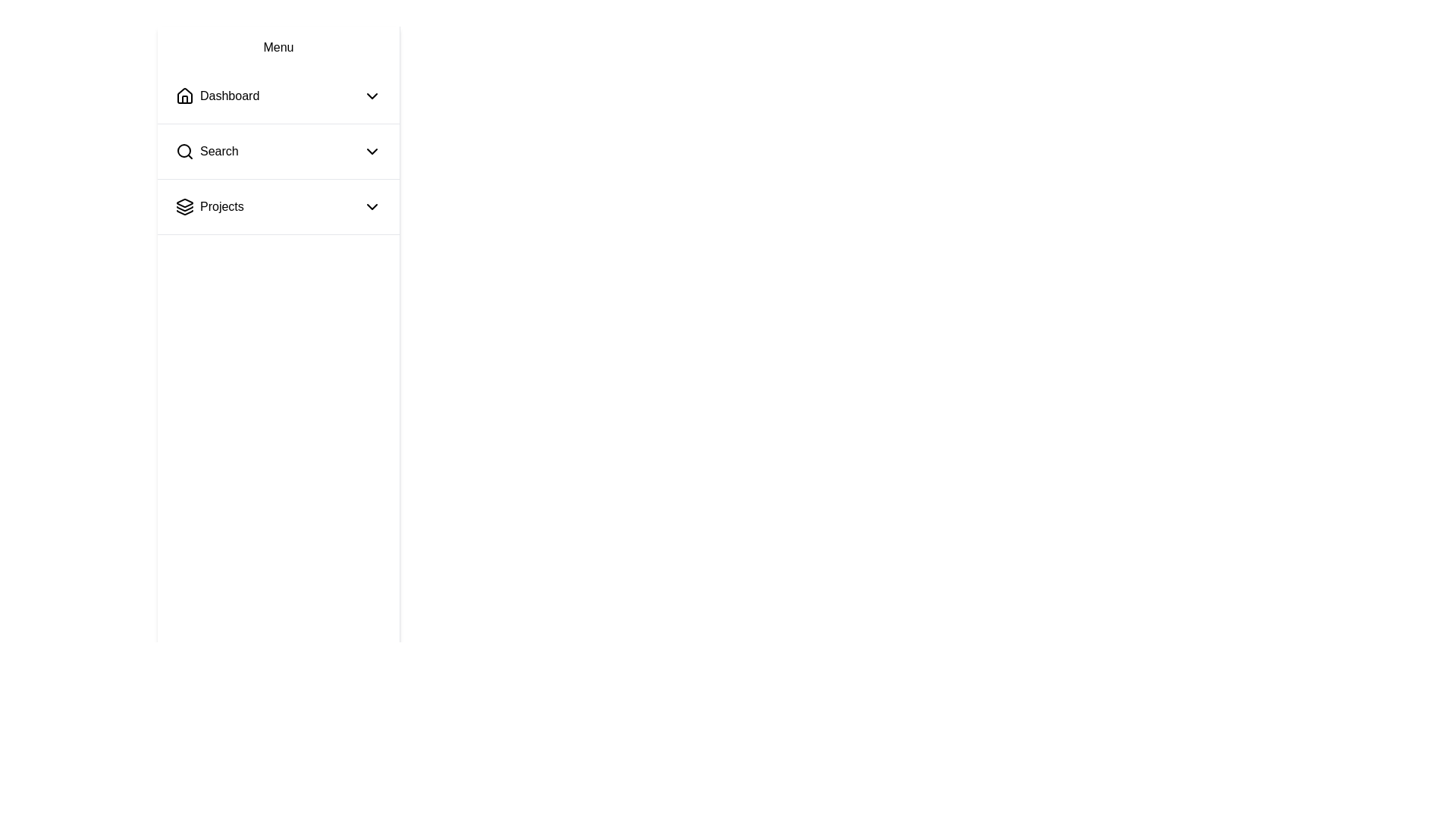 The height and width of the screenshot is (819, 1456). What do you see at coordinates (229, 96) in the screenshot?
I see `the 'Dashboard' text label located beside the house icon in the vertical navigation menu` at bounding box center [229, 96].